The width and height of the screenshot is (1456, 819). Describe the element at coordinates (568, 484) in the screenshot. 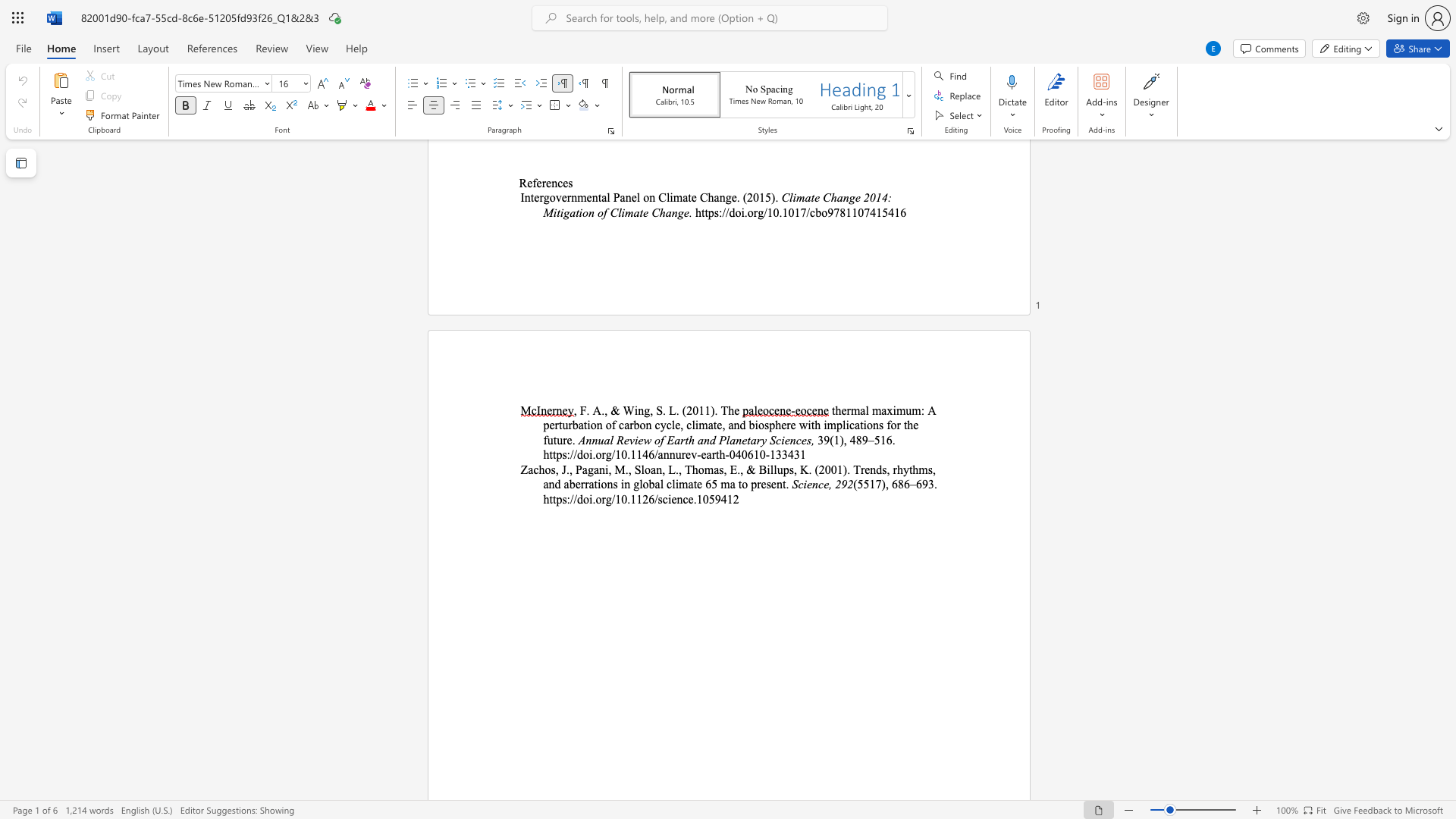

I see `the subset text "berrations in global climate 65 ma to present." within the text "and aberrations in global climate 65 ma to present."` at that location.